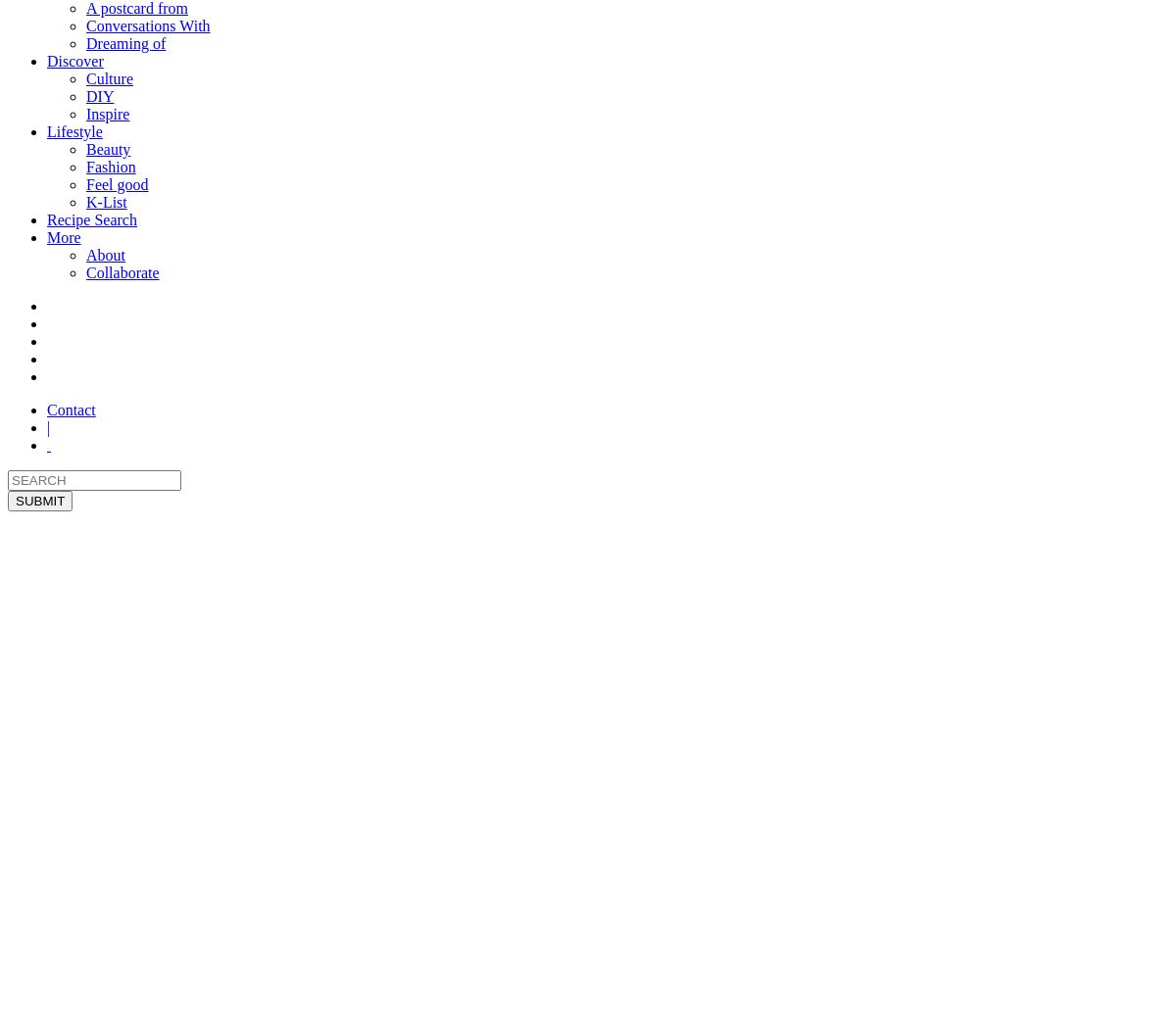 Image resolution: width=1176 pixels, height=1012 pixels. What do you see at coordinates (147, 25) in the screenshot?
I see `'Conversations With'` at bounding box center [147, 25].